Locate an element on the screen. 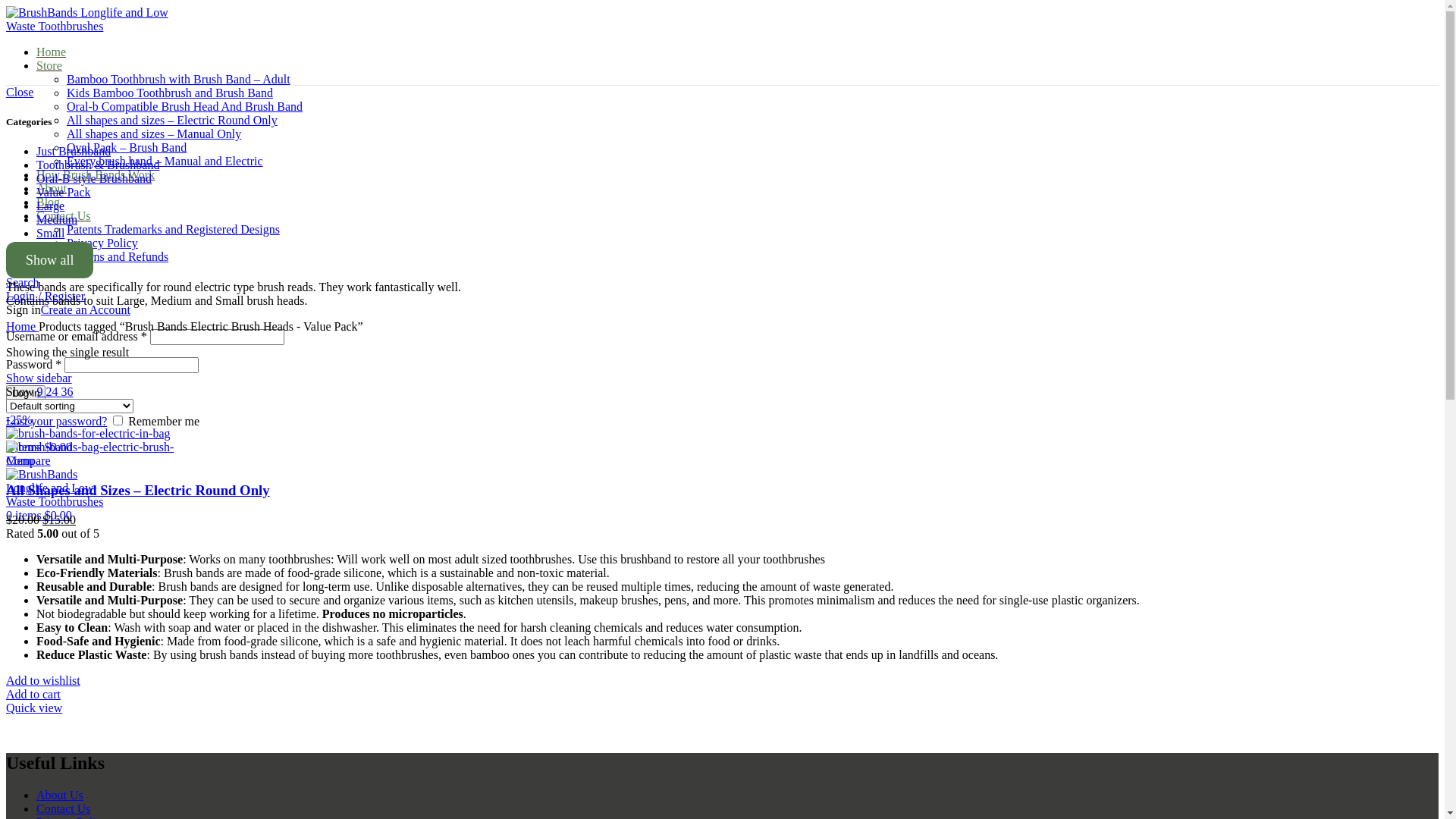 The height and width of the screenshot is (819, 1456). 'Returns and Refunds' is located at coordinates (65, 256).